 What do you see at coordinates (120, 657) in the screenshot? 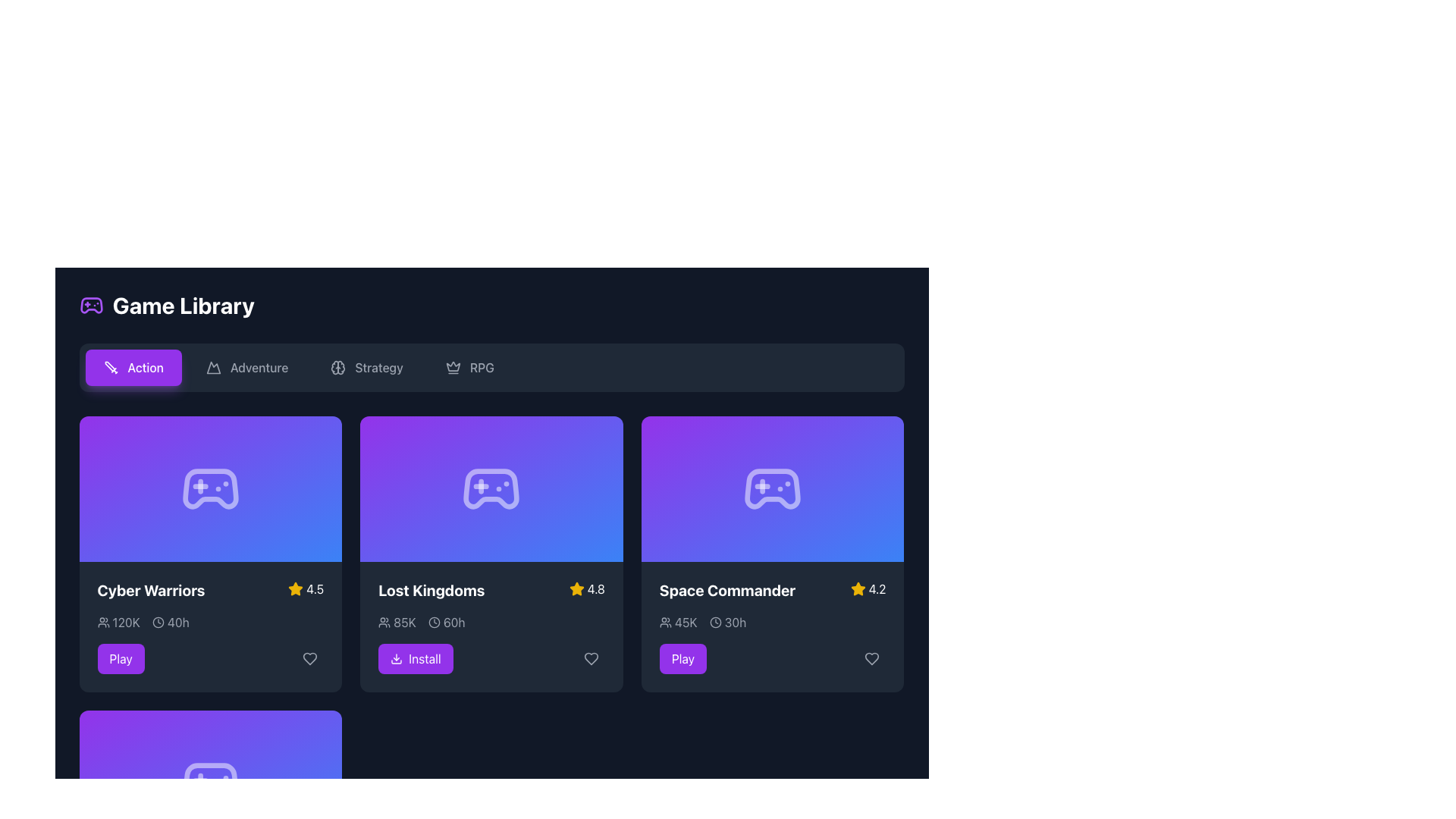
I see `the 'Play' button, which is a rectangular button with white text on a purple background, located at the bottom-left area of the 'Cyber Warriors' card` at bounding box center [120, 657].